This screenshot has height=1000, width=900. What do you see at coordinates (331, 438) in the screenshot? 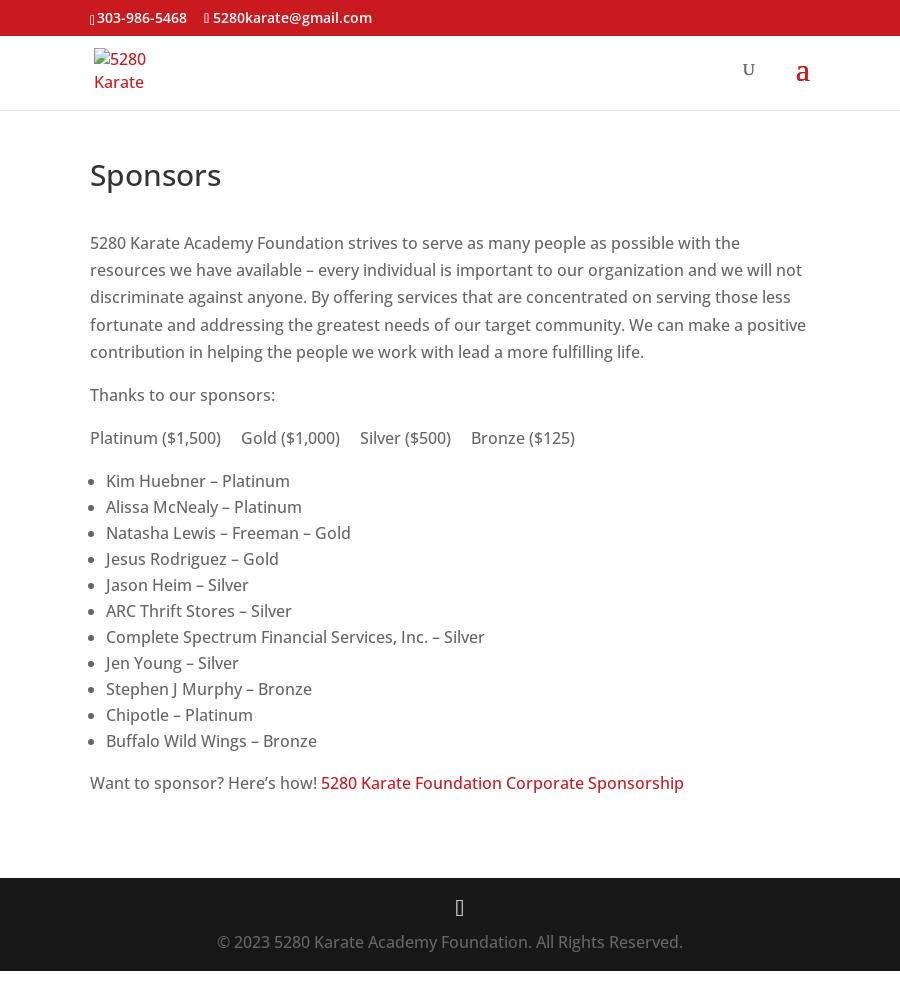
I see `'Platinum ($1,500)     Gold ($1,000)     Silver ($500)     Bronze ($125)'` at bounding box center [331, 438].